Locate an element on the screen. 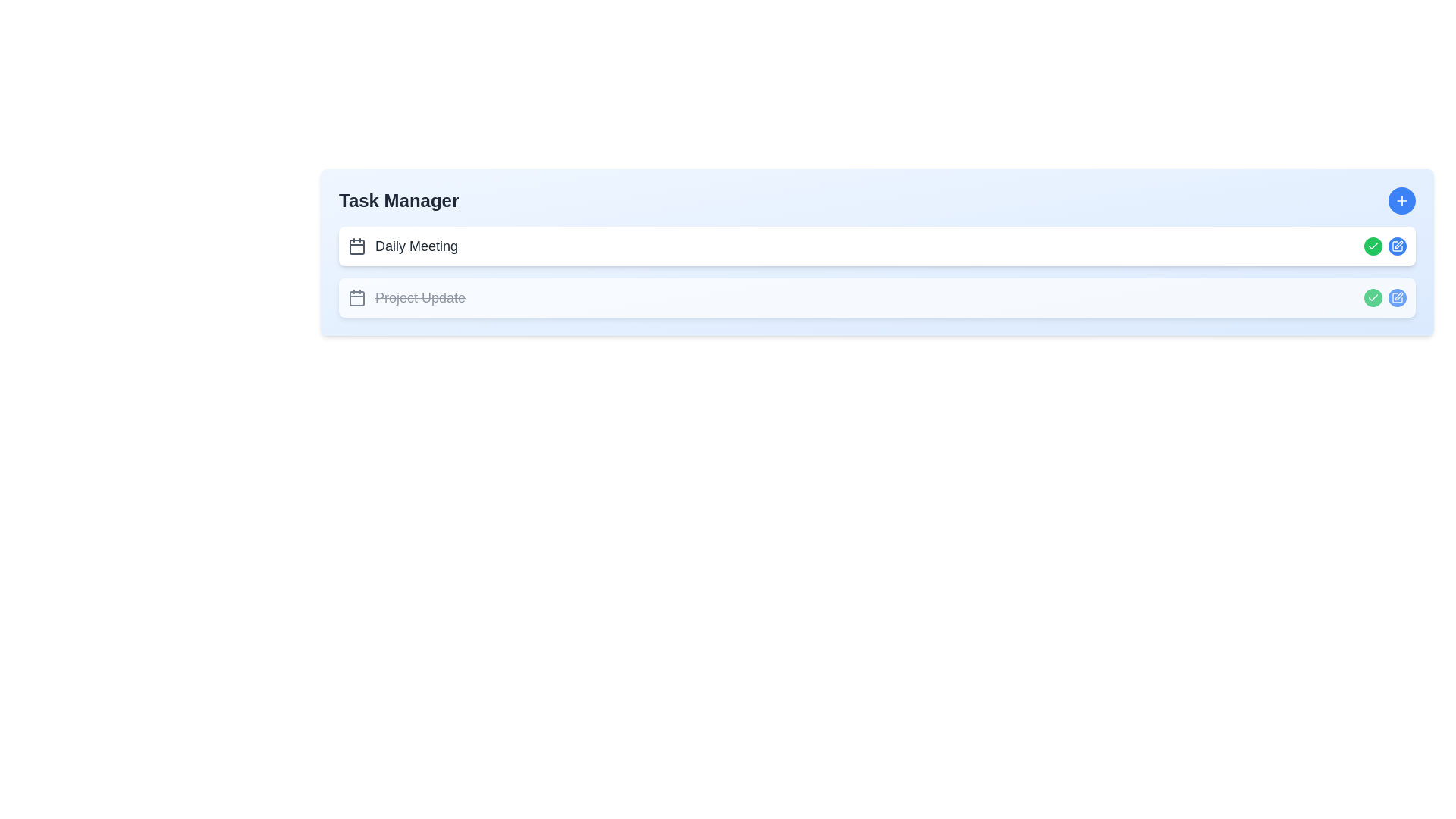 This screenshot has height=819, width=1456. the action button located on the right side of the second row, adjacent to a blue button with a pen icon is located at coordinates (1373, 298).